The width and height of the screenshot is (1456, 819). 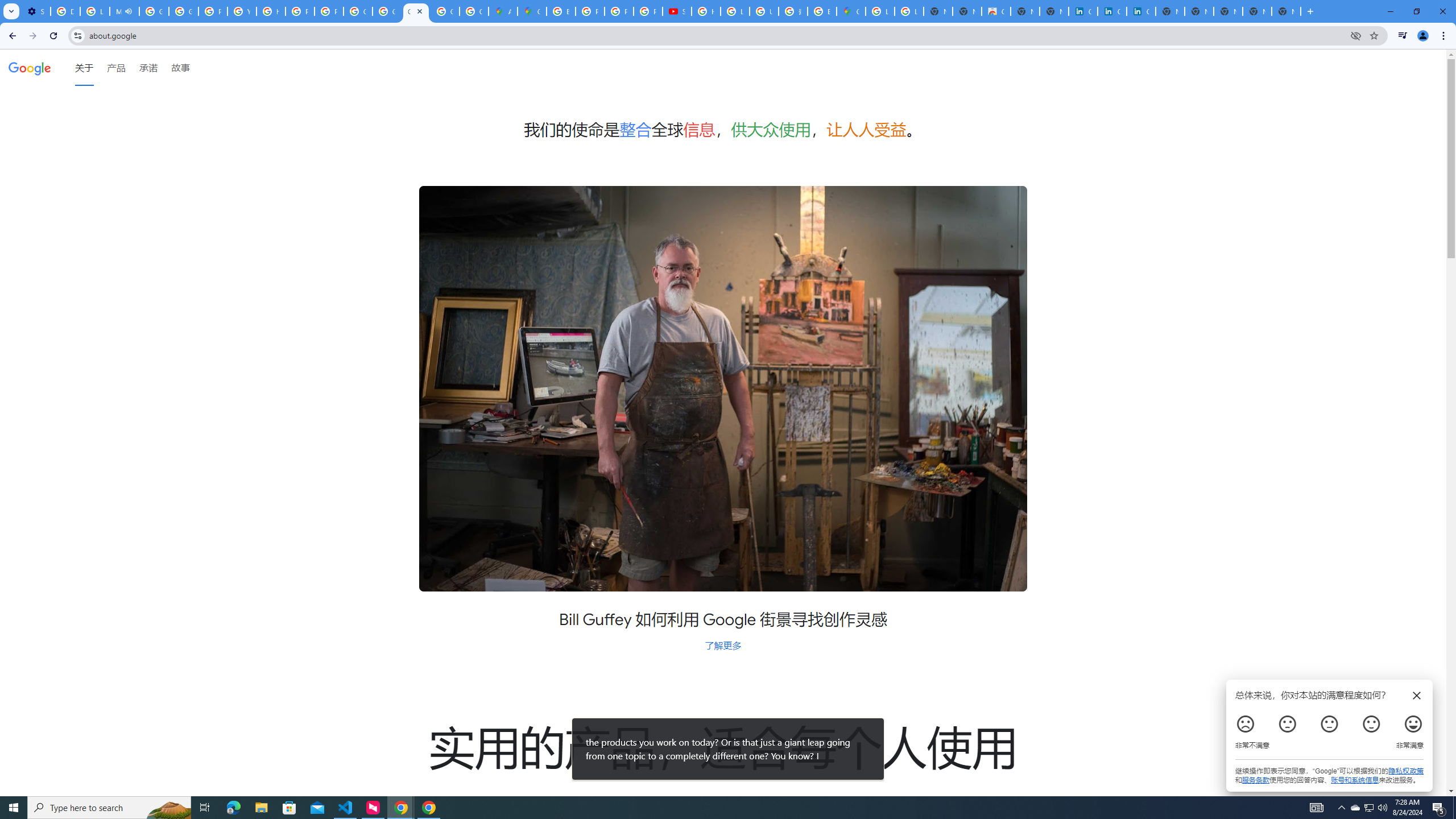 I want to click on 'Cookie Policy | LinkedIn', so click(x=1082, y=11).